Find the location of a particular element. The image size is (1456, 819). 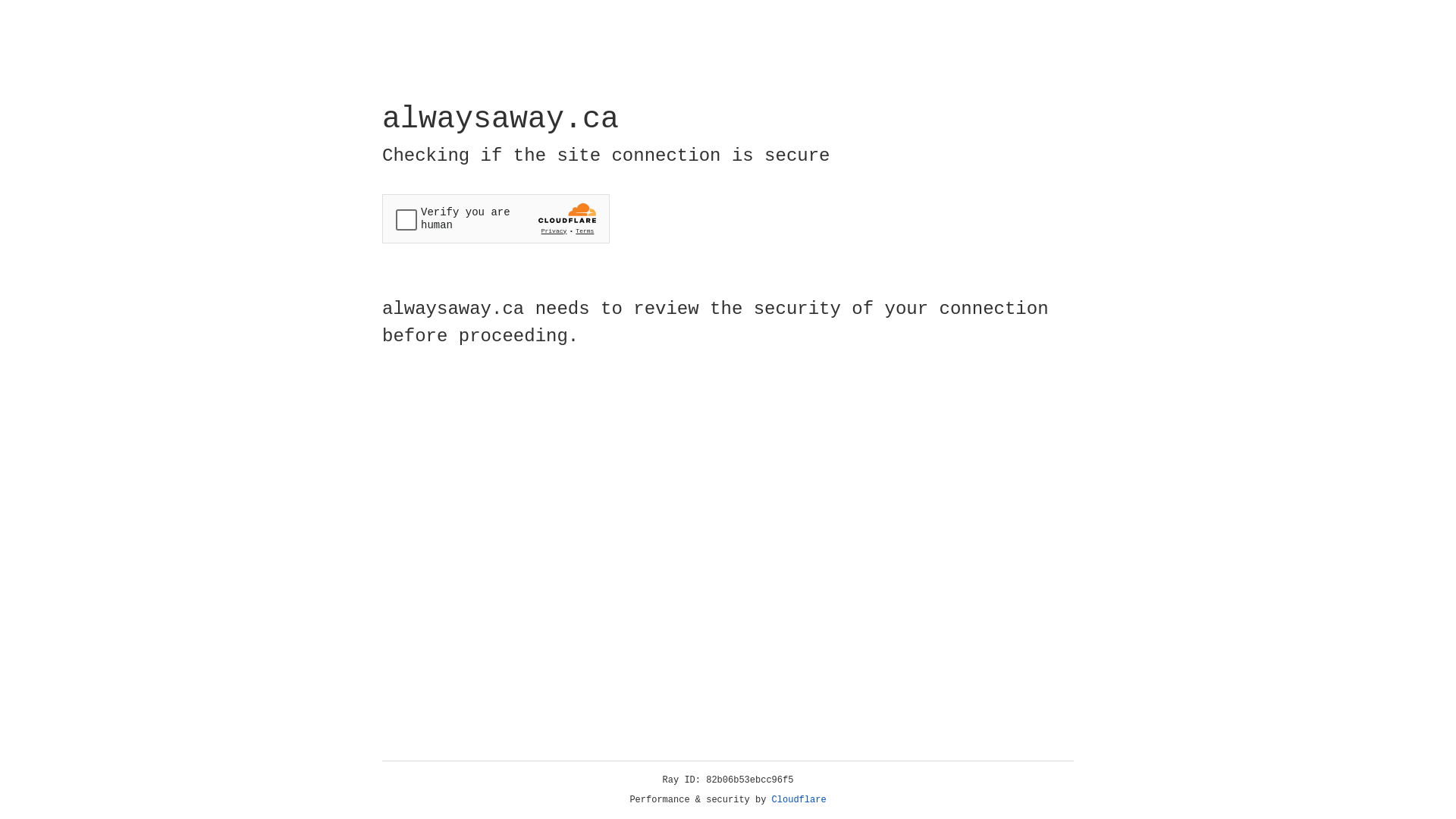

'Widget containing a Cloudflare security challenge' is located at coordinates (495, 218).